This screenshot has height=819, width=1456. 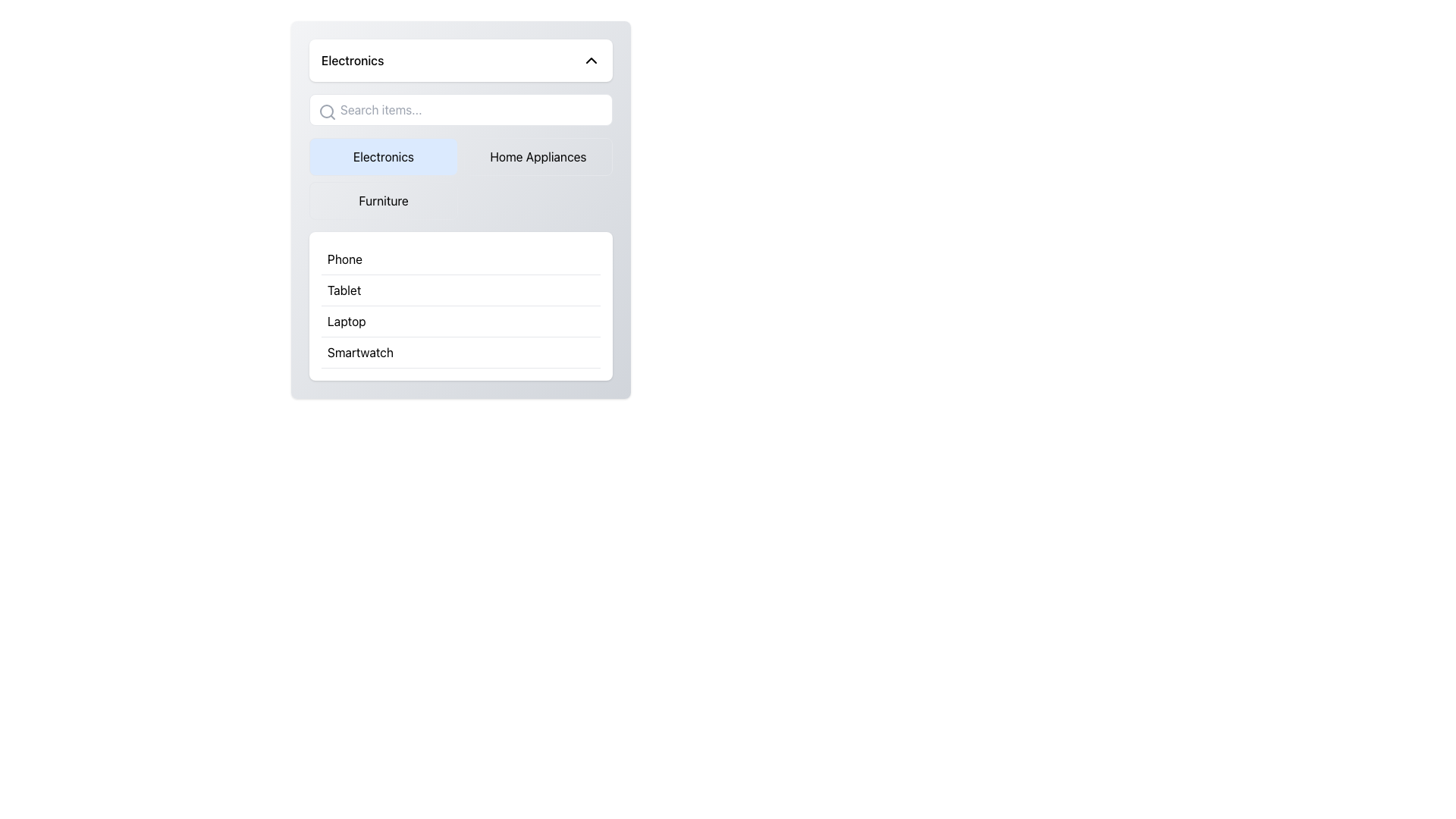 I want to click on text element displaying 'Laptop' which is positioned in the third place of a vertical list under the 'Electronics' category, so click(x=346, y=321).